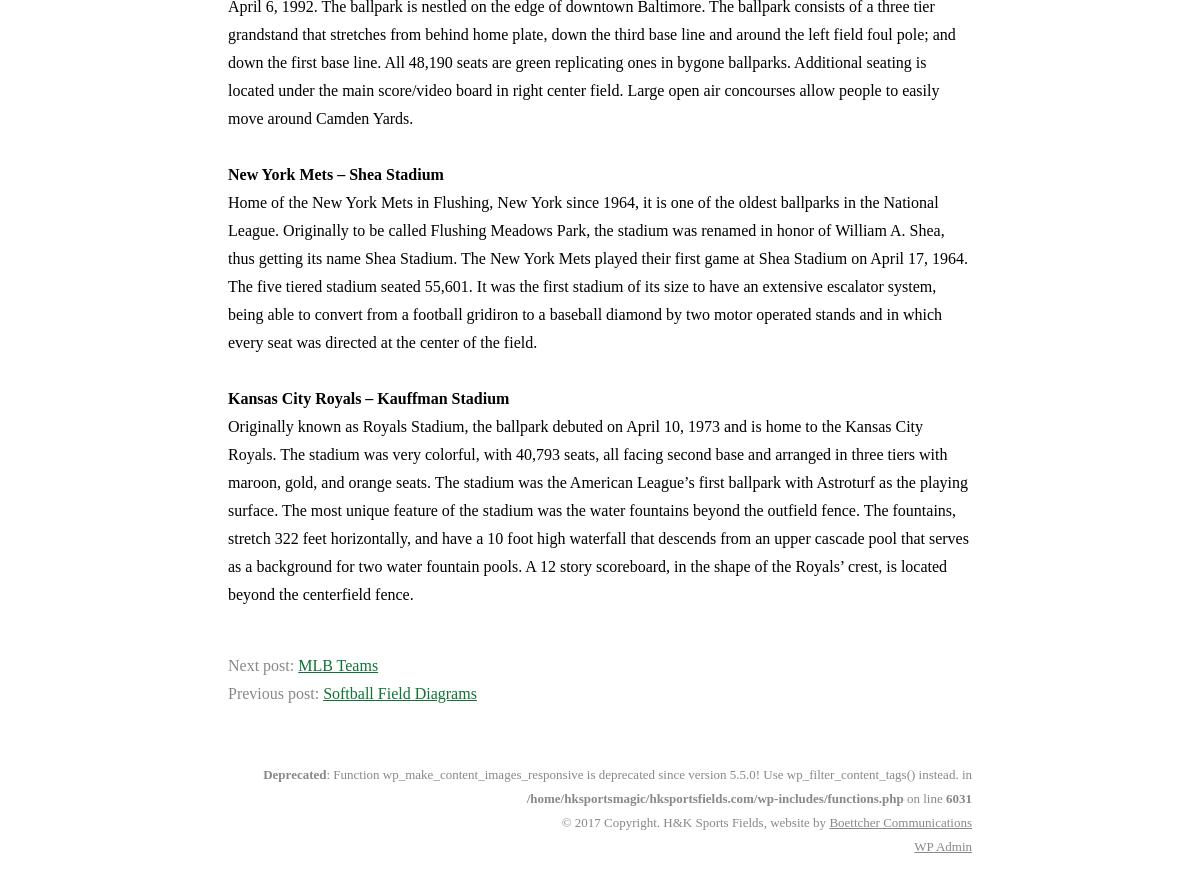  Describe the element at coordinates (714, 798) in the screenshot. I see `'/home/hksportsmagic/hksportsfields.com/wp-includes/functions.php'` at that location.